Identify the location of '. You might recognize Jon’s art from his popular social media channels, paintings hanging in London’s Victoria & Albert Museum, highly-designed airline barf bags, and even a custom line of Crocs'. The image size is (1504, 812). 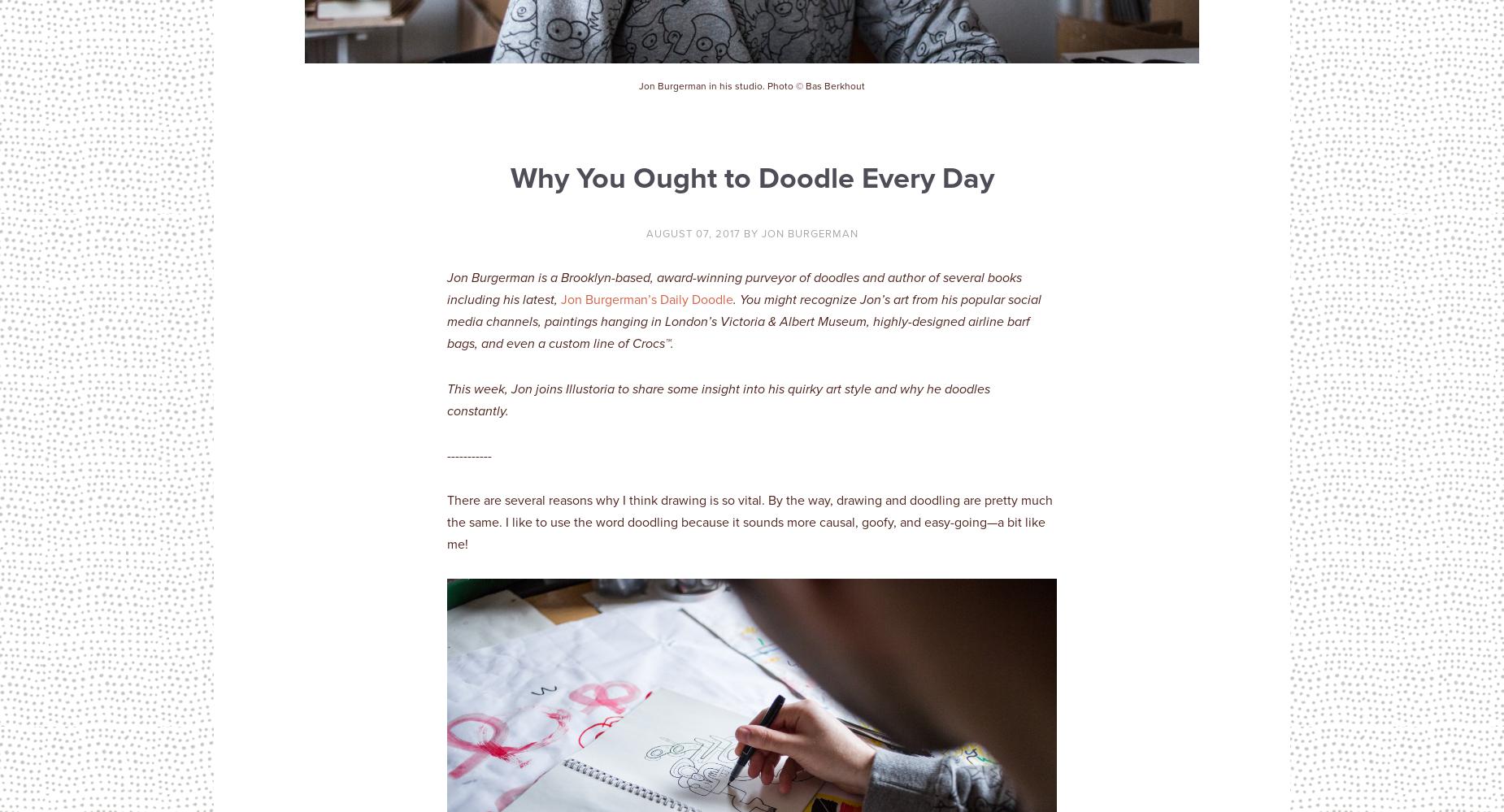
(744, 320).